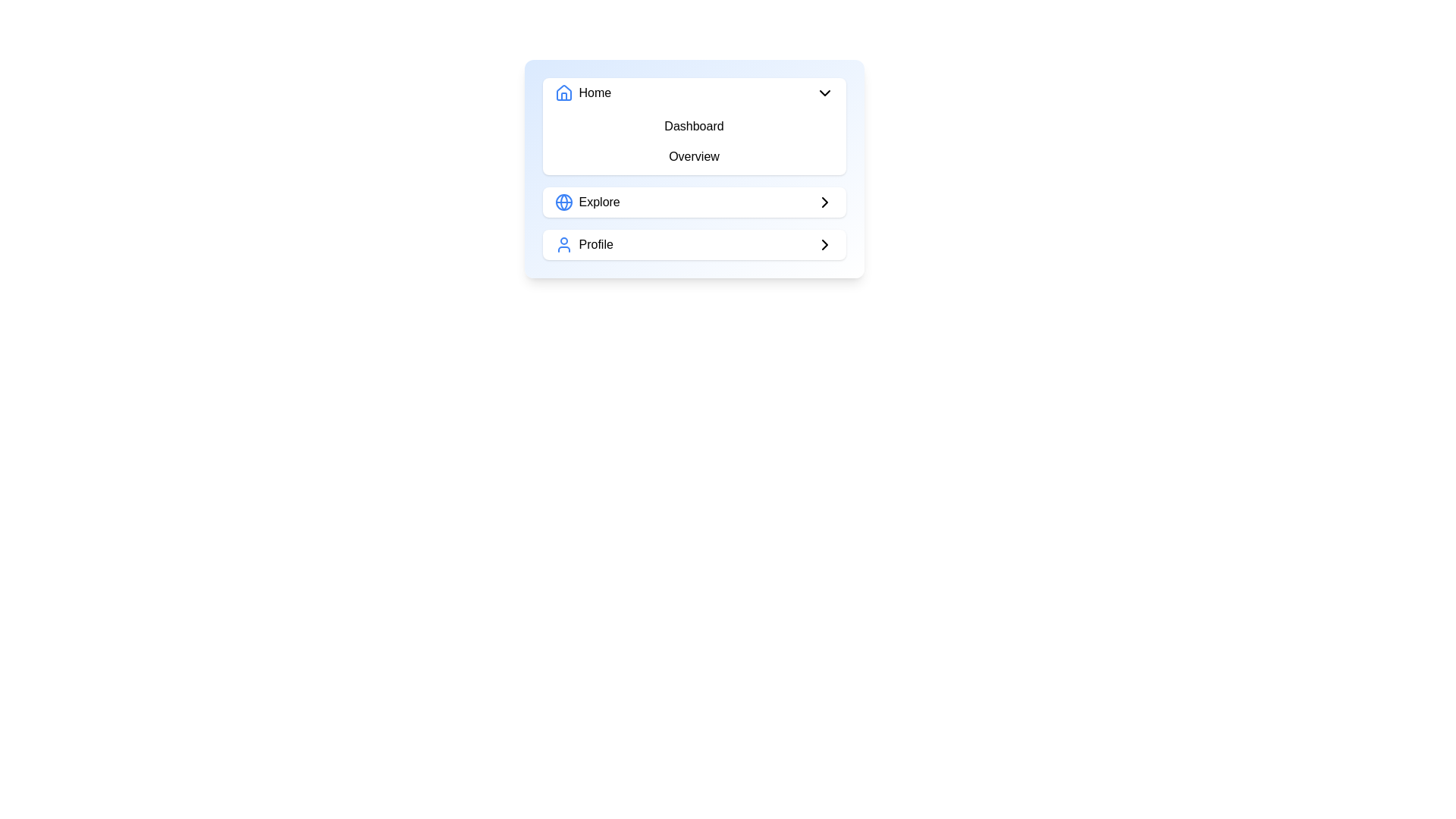 The height and width of the screenshot is (819, 1456). What do you see at coordinates (582, 93) in the screenshot?
I see `the 'Home' text label with icon located at the top-left corner of the navigation menu` at bounding box center [582, 93].